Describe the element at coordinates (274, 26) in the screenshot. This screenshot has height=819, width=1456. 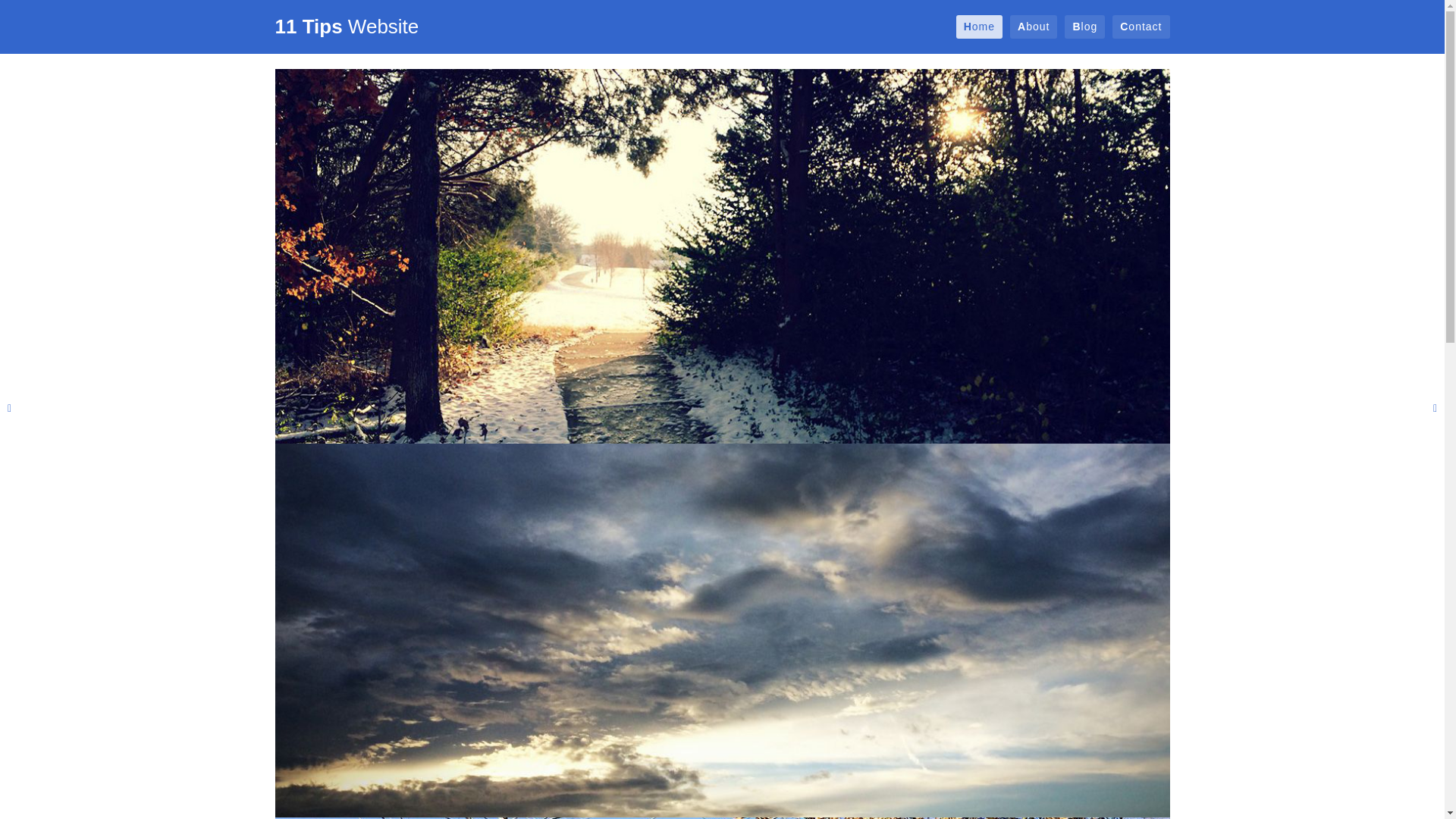
I see `'11 Tips Website'` at that location.